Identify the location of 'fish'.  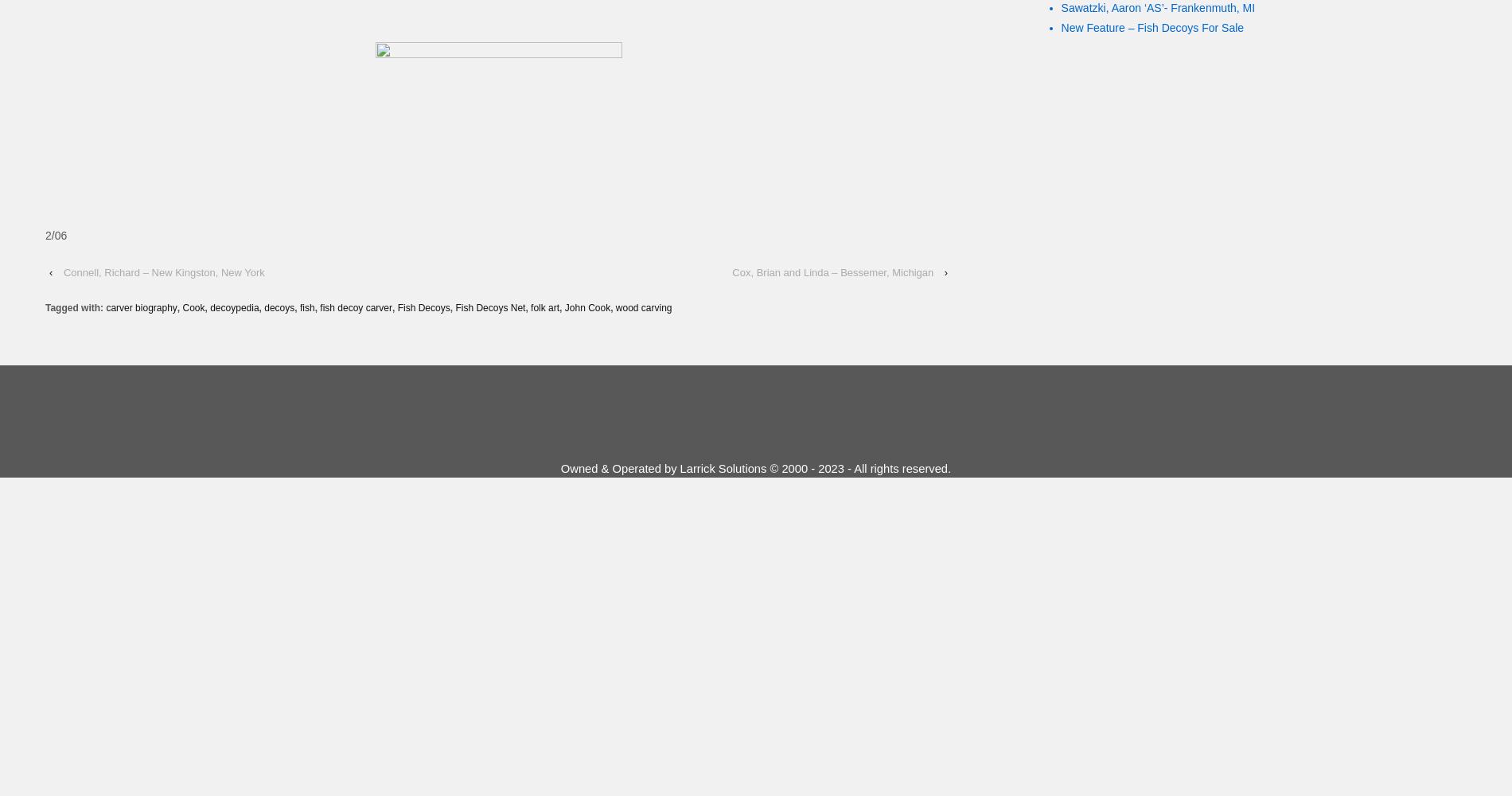
(306, 308).